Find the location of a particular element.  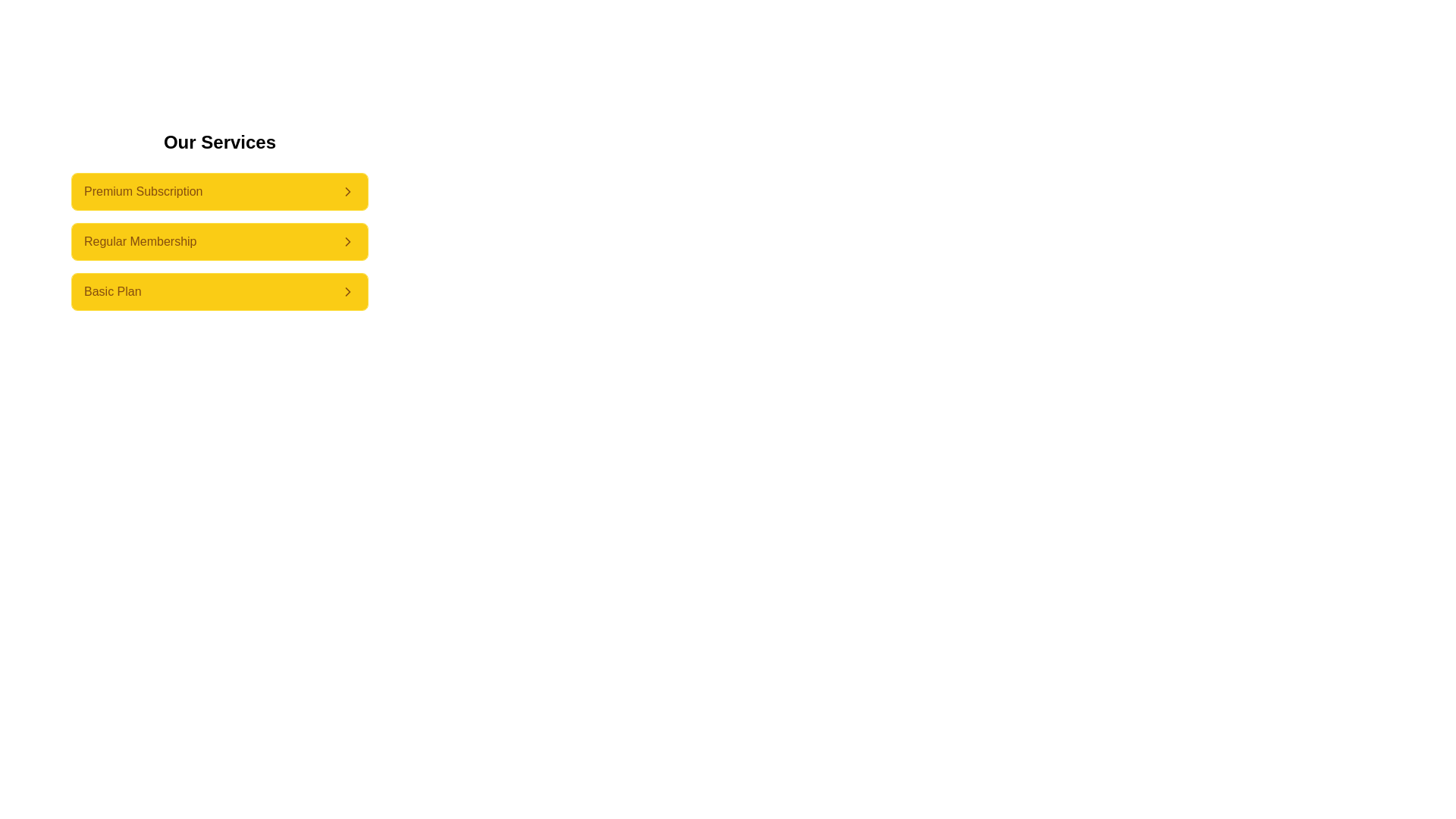

the chevron icon located at the far right side of the 'Premium Subscription' button to trigger its tooltip or hover effect is located at coordinates (347, 191).